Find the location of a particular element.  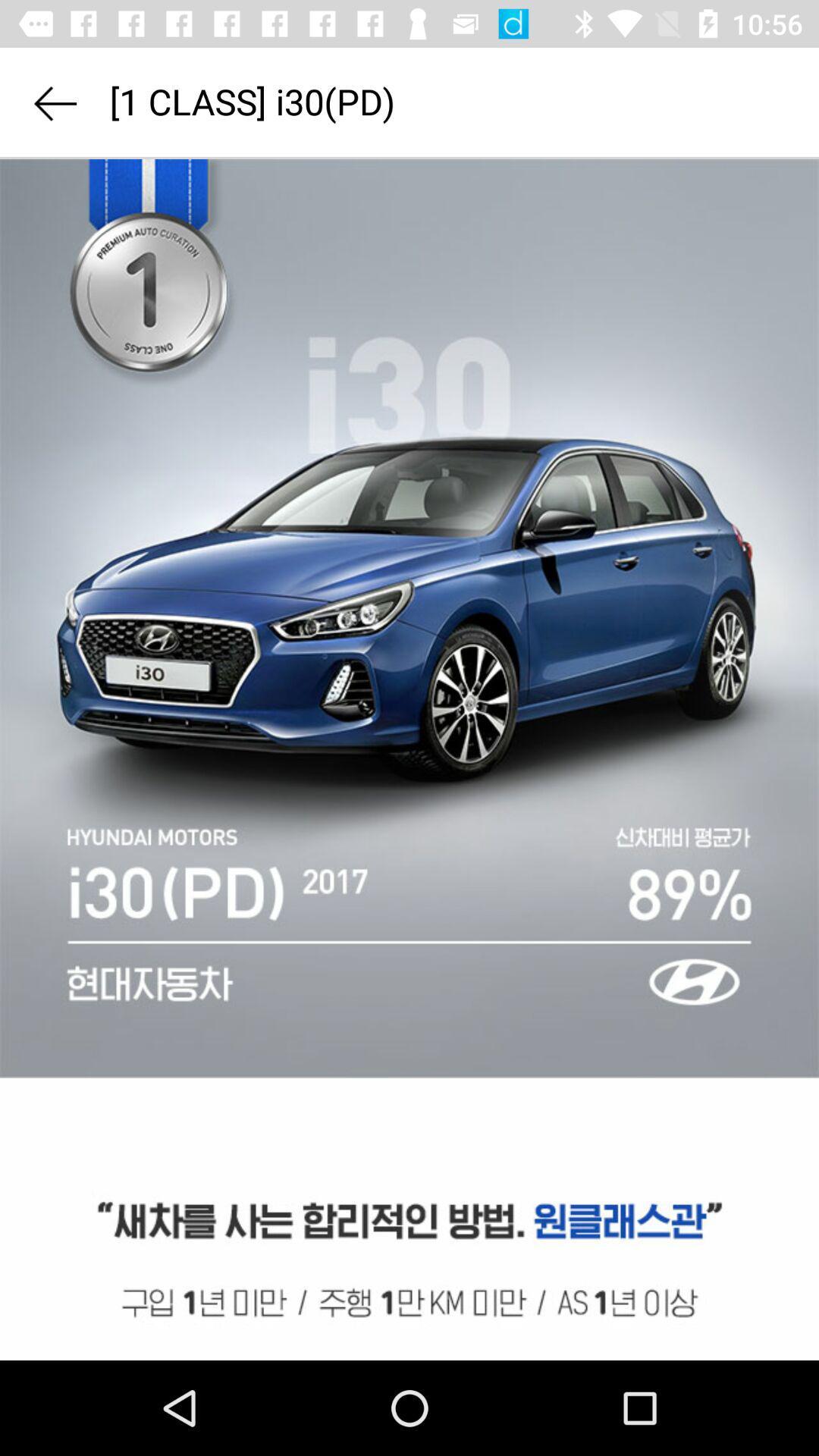

previous page is located at coordinates (54, 102).